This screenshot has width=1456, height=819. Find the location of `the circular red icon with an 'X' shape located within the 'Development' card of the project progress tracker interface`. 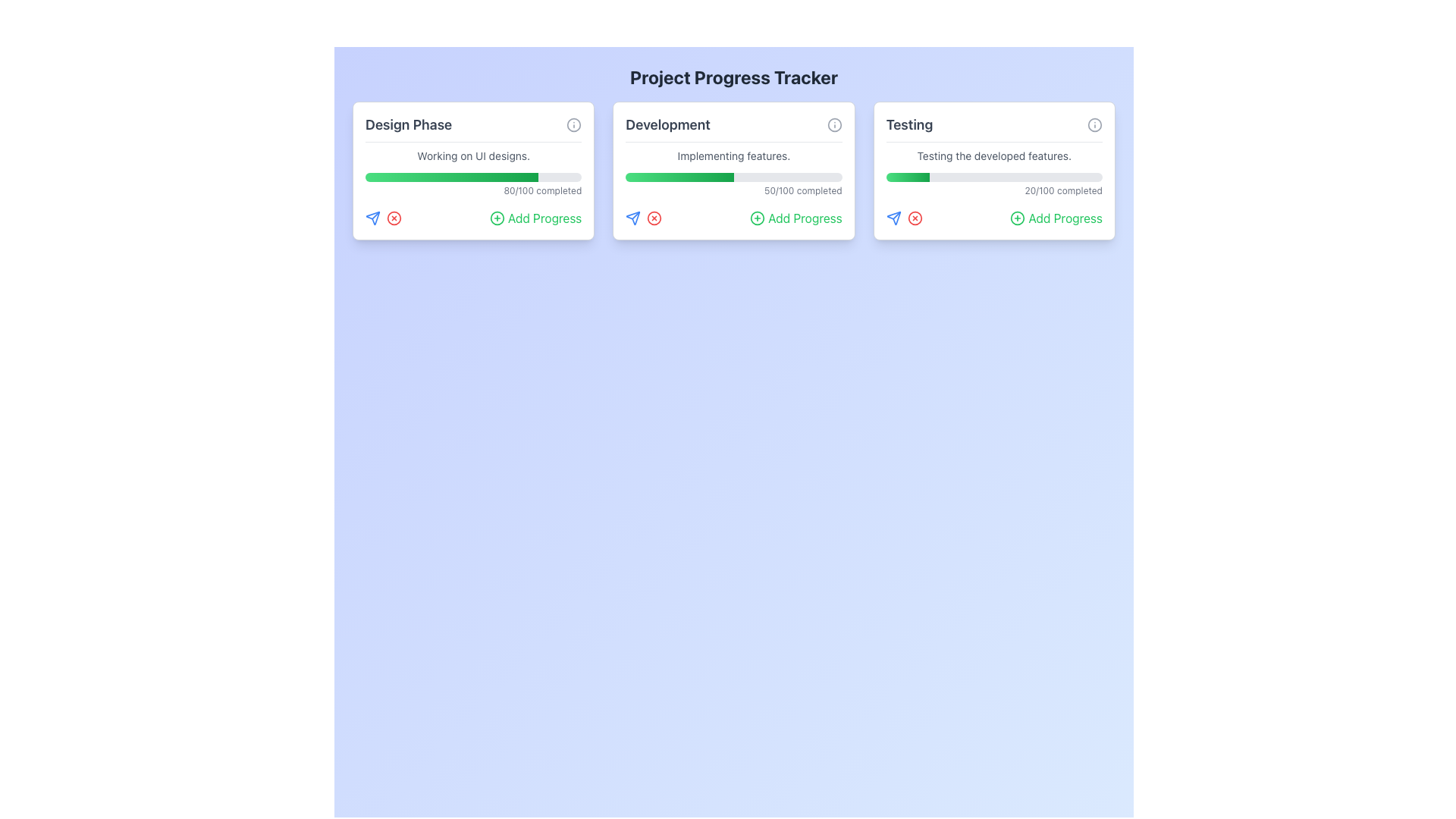

the circular red icon with an 'X' shape located within the 'Development' card of the project progress tracker interface is located at coordinates (654, 218).